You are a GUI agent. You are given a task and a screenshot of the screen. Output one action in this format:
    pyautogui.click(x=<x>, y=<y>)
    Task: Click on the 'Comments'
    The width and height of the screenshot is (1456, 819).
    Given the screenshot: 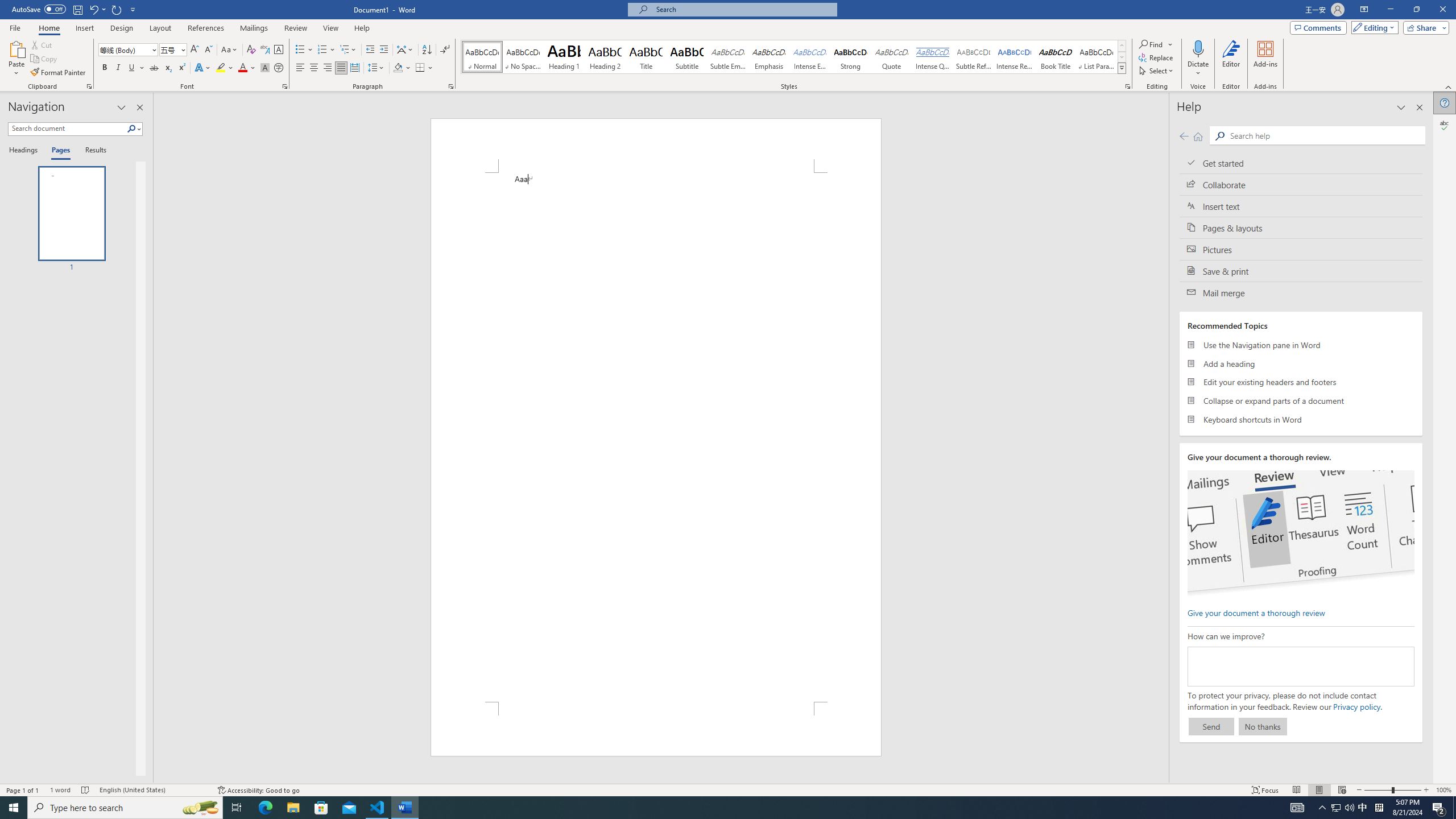 What is the action you would take?
    pyautogui.click(x=1318, y=27)
    